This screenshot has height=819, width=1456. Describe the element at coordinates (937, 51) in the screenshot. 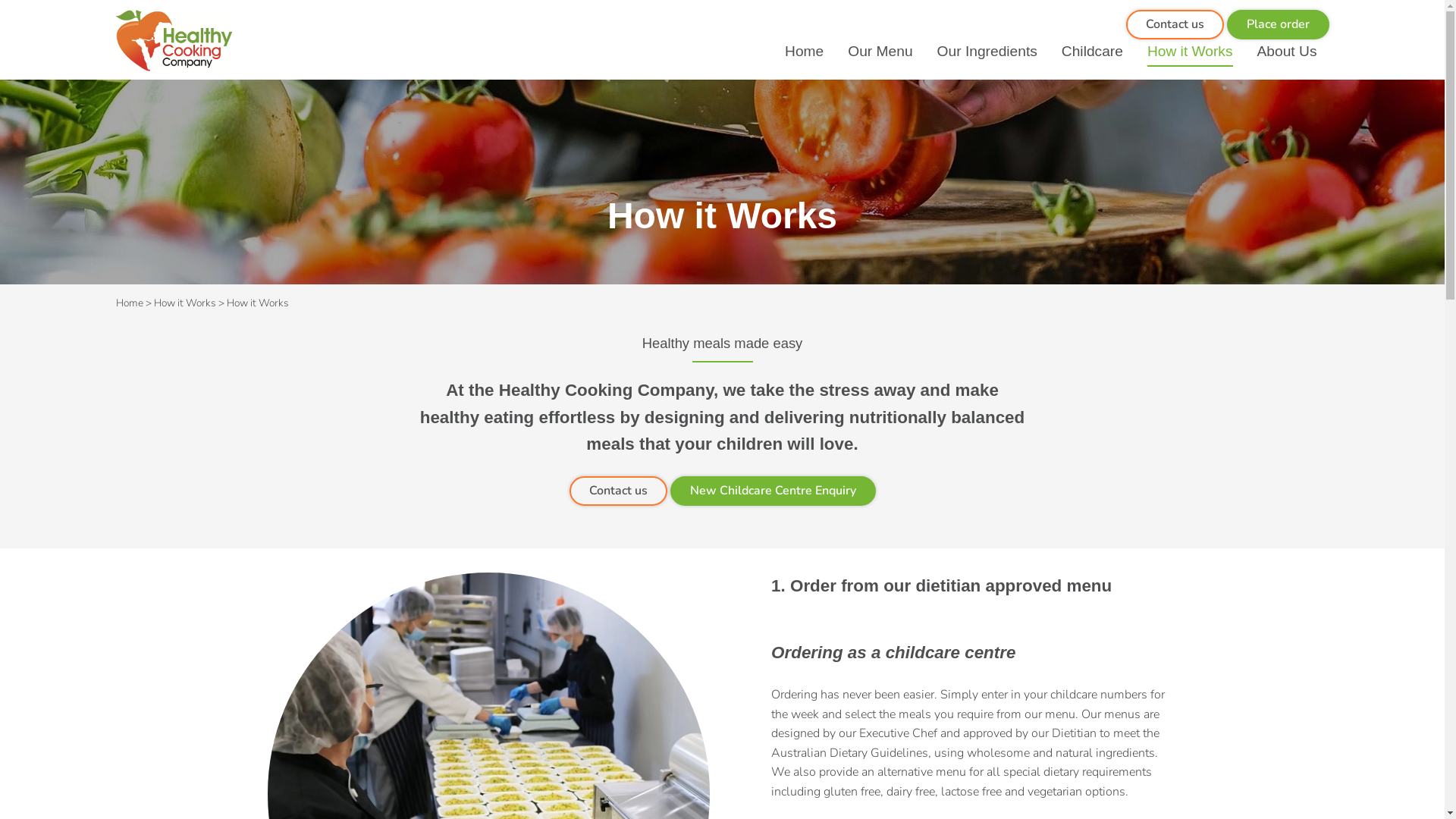

I see `'Our Ingredients'` at that location.